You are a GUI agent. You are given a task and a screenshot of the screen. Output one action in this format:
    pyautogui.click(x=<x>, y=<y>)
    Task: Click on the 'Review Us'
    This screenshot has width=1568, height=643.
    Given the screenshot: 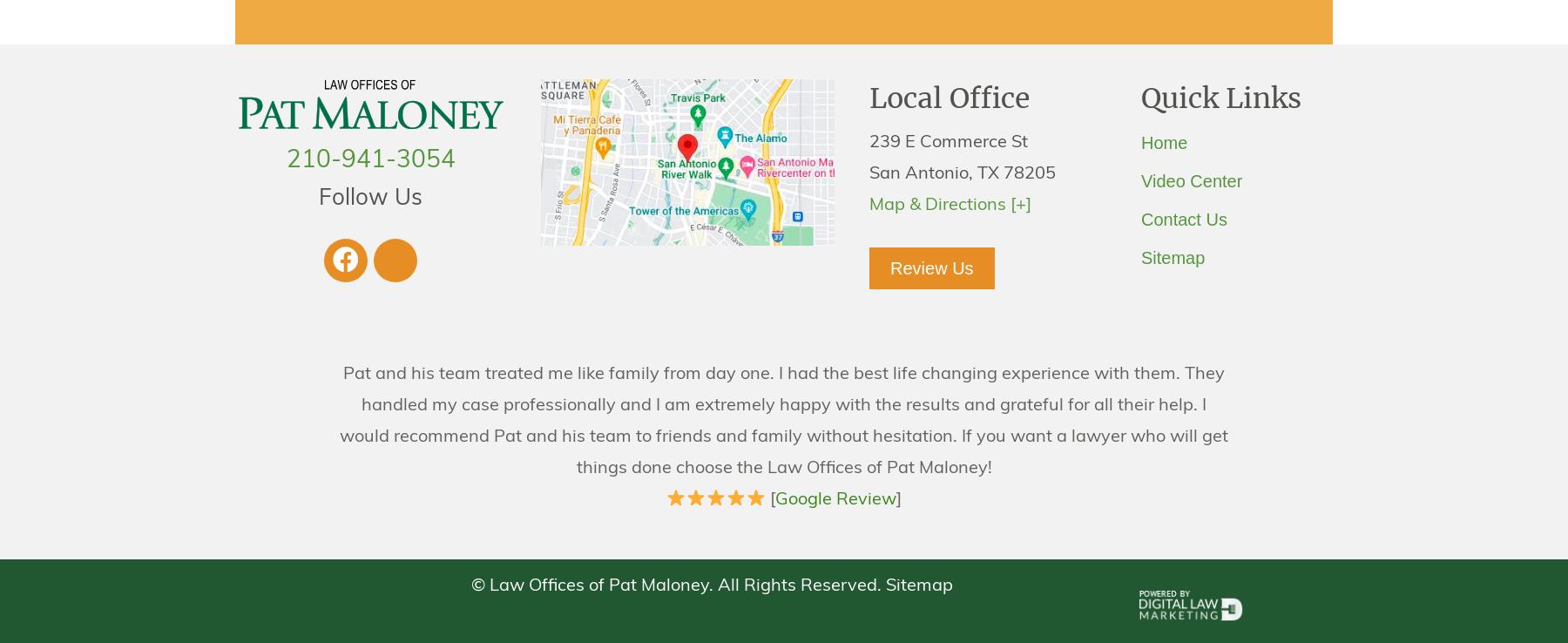 What is the action you would take?
    pyautogui.click(x=931, y=267)
    